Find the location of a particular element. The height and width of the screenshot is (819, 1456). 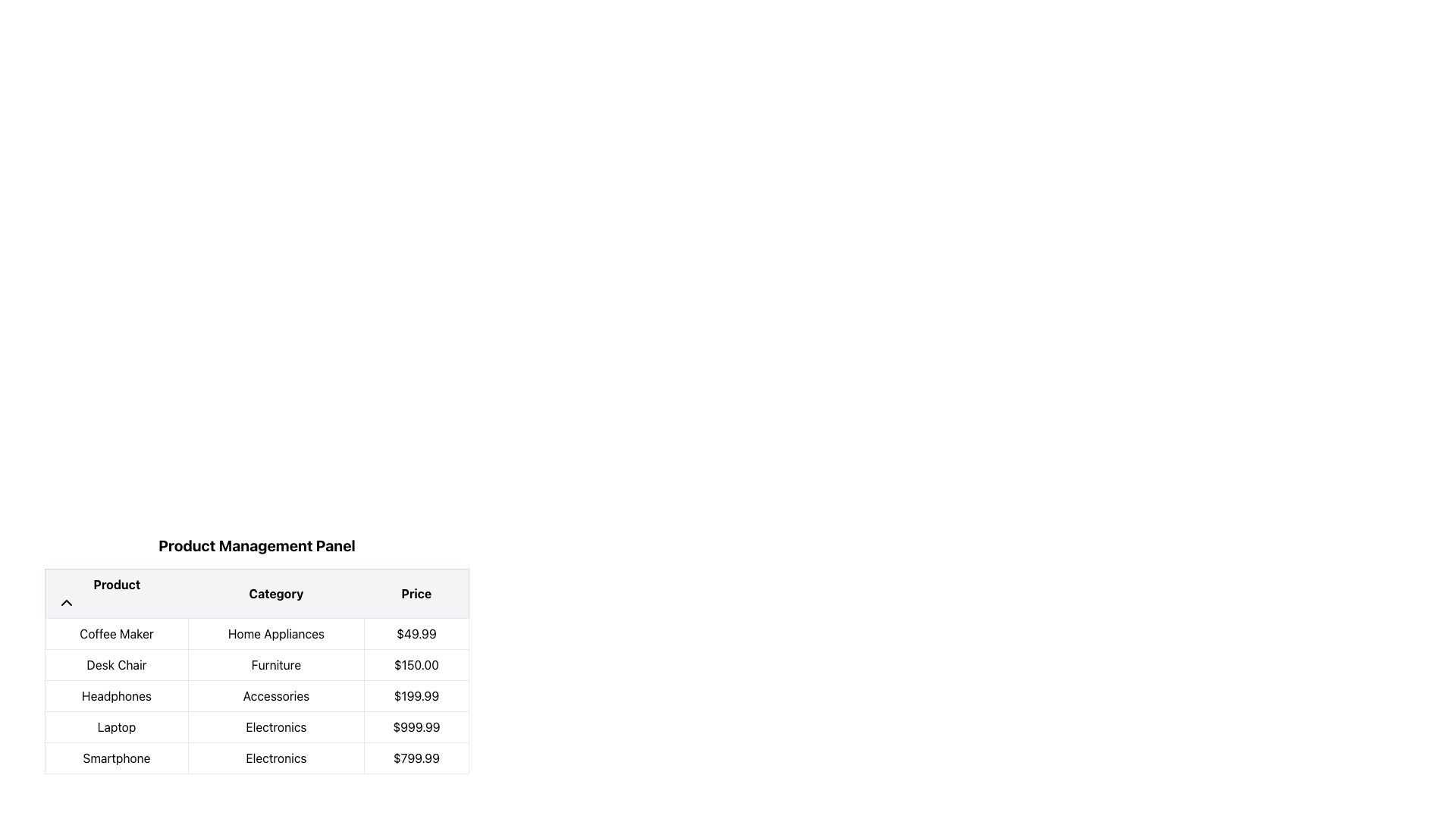

the table cell displaying 'Headphones' in the 'Product Management Panel' is located at coordinates (115, 696).